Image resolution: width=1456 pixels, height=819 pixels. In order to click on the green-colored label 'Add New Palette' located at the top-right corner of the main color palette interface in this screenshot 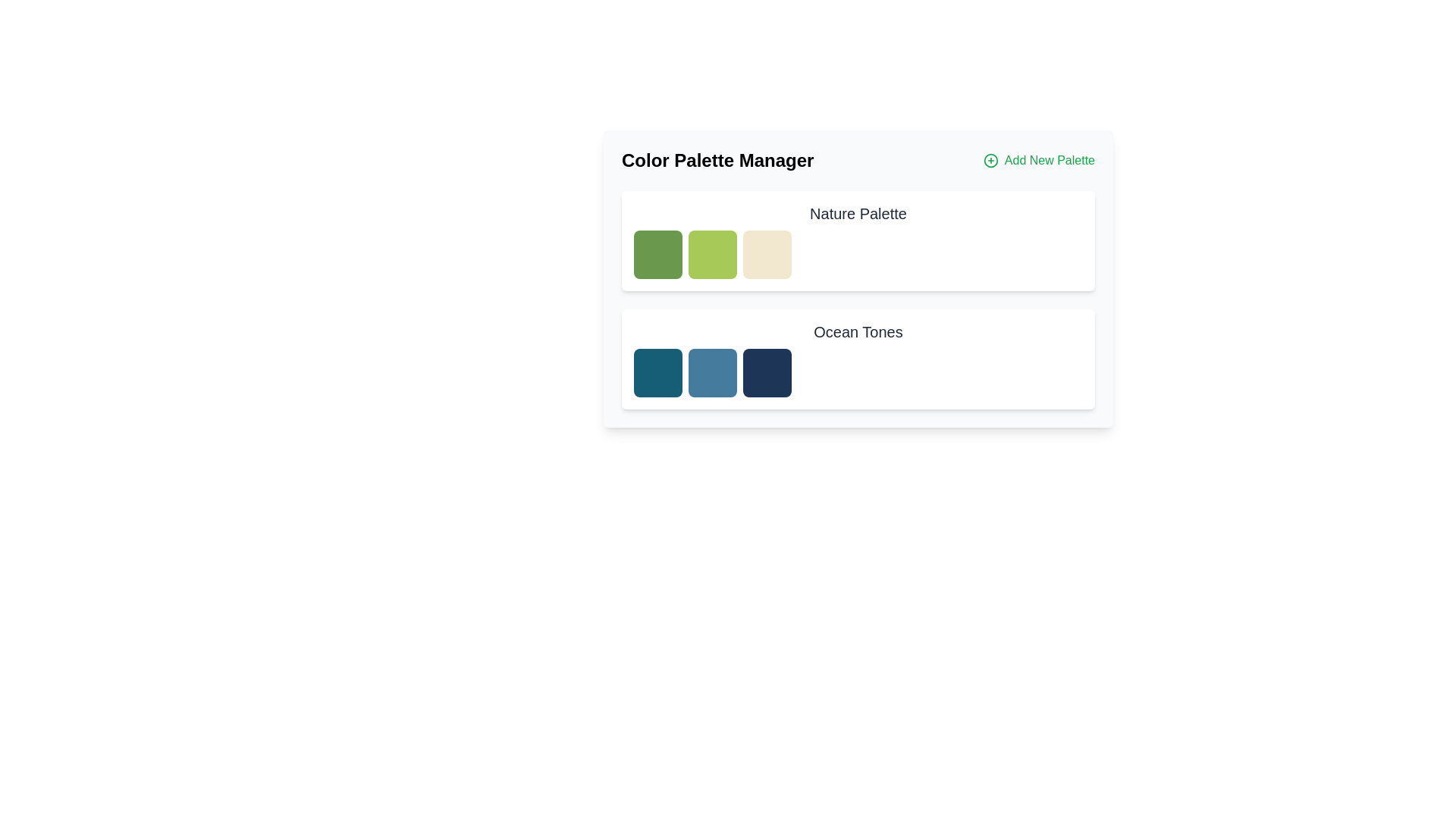, I will do `click(1048, 161)`.